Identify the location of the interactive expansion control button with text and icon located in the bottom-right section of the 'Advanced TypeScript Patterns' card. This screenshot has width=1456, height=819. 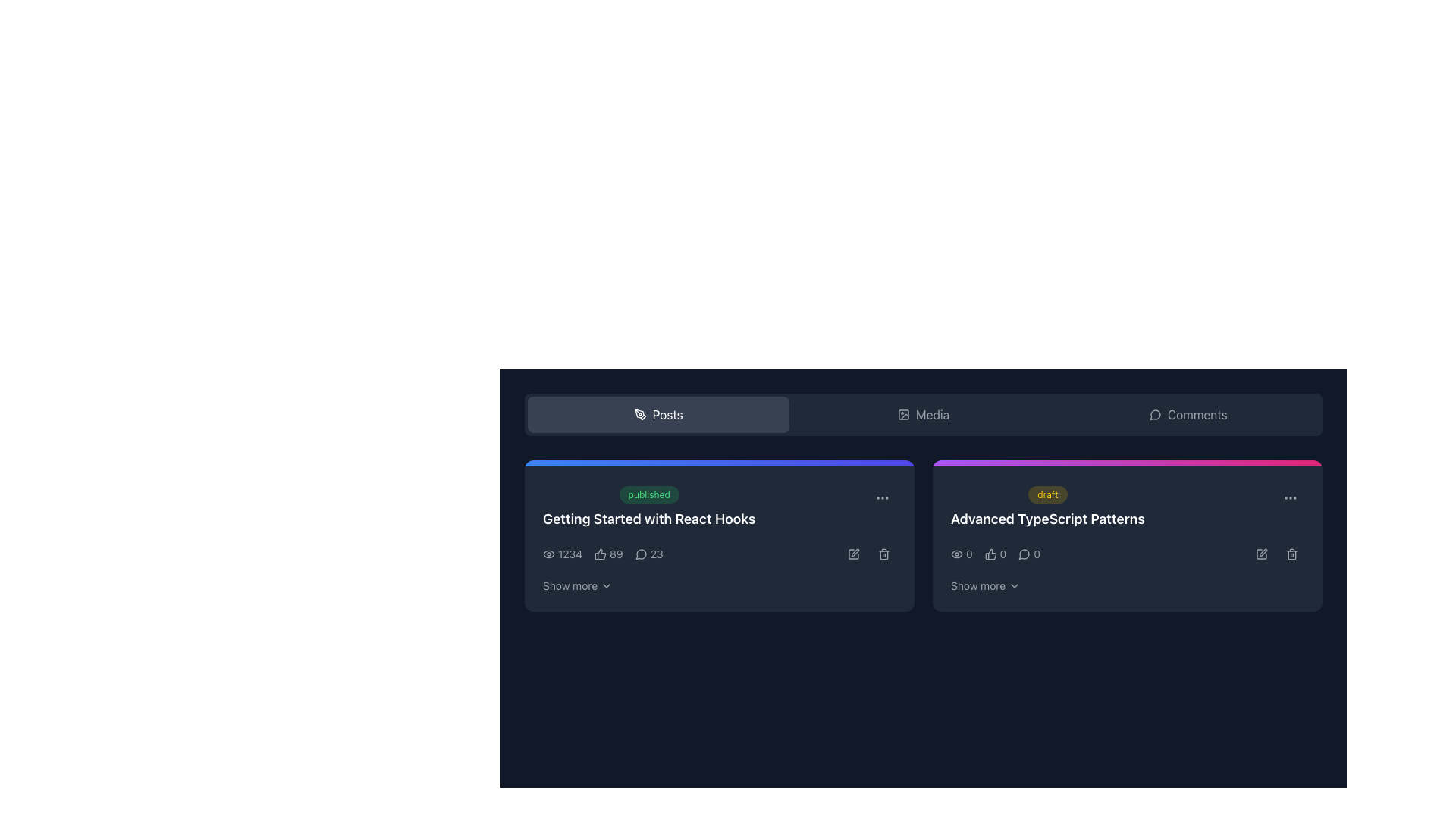
(986, 585).